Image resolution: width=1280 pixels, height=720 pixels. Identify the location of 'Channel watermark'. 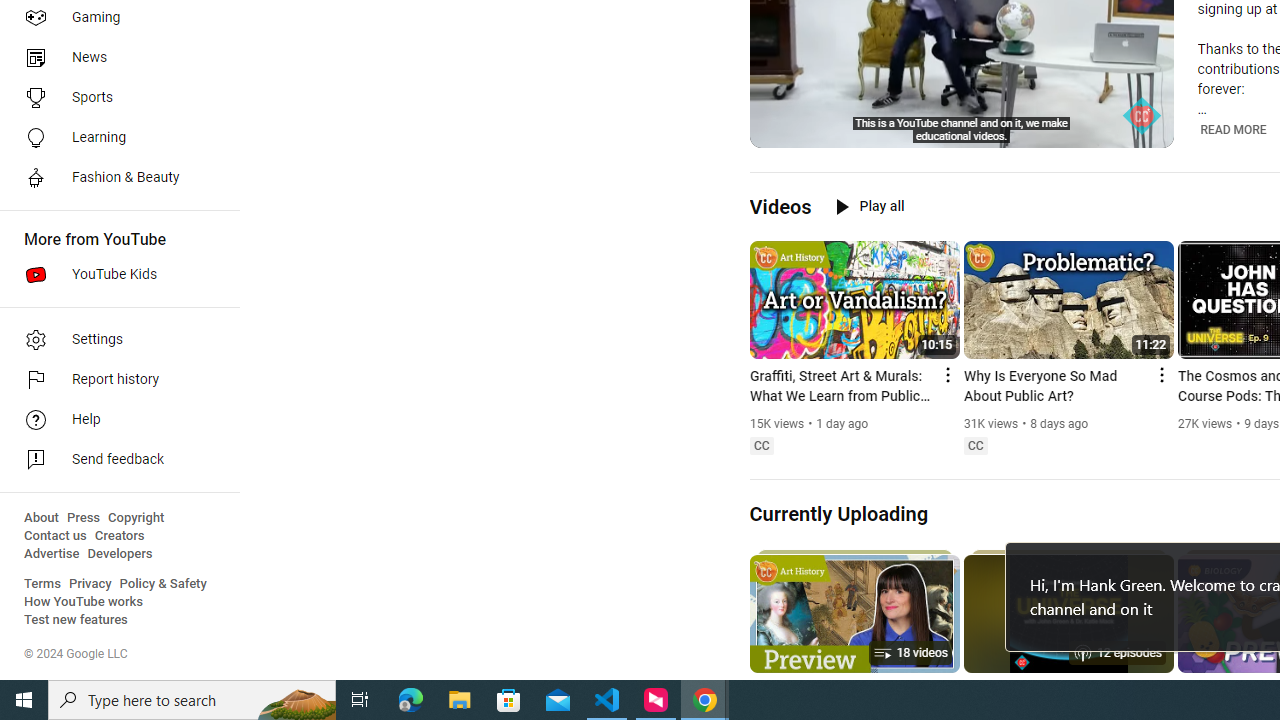
(1141, 115).